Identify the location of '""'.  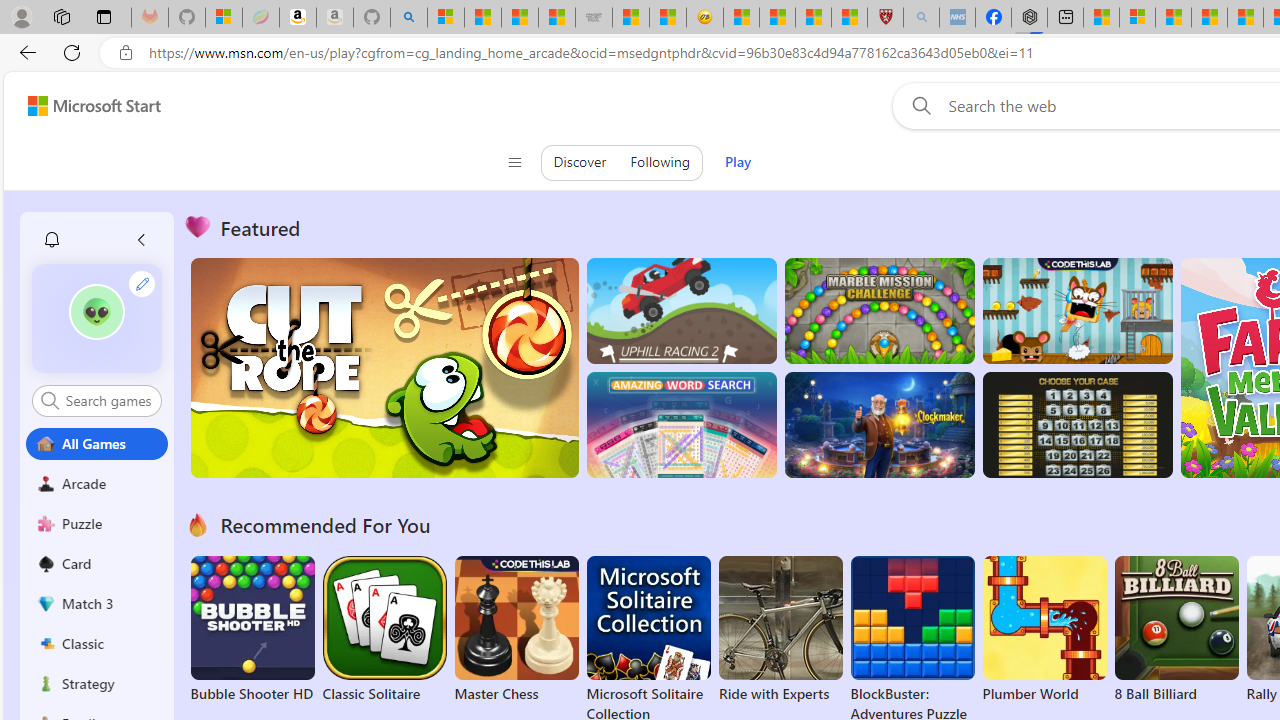
(95, 312).